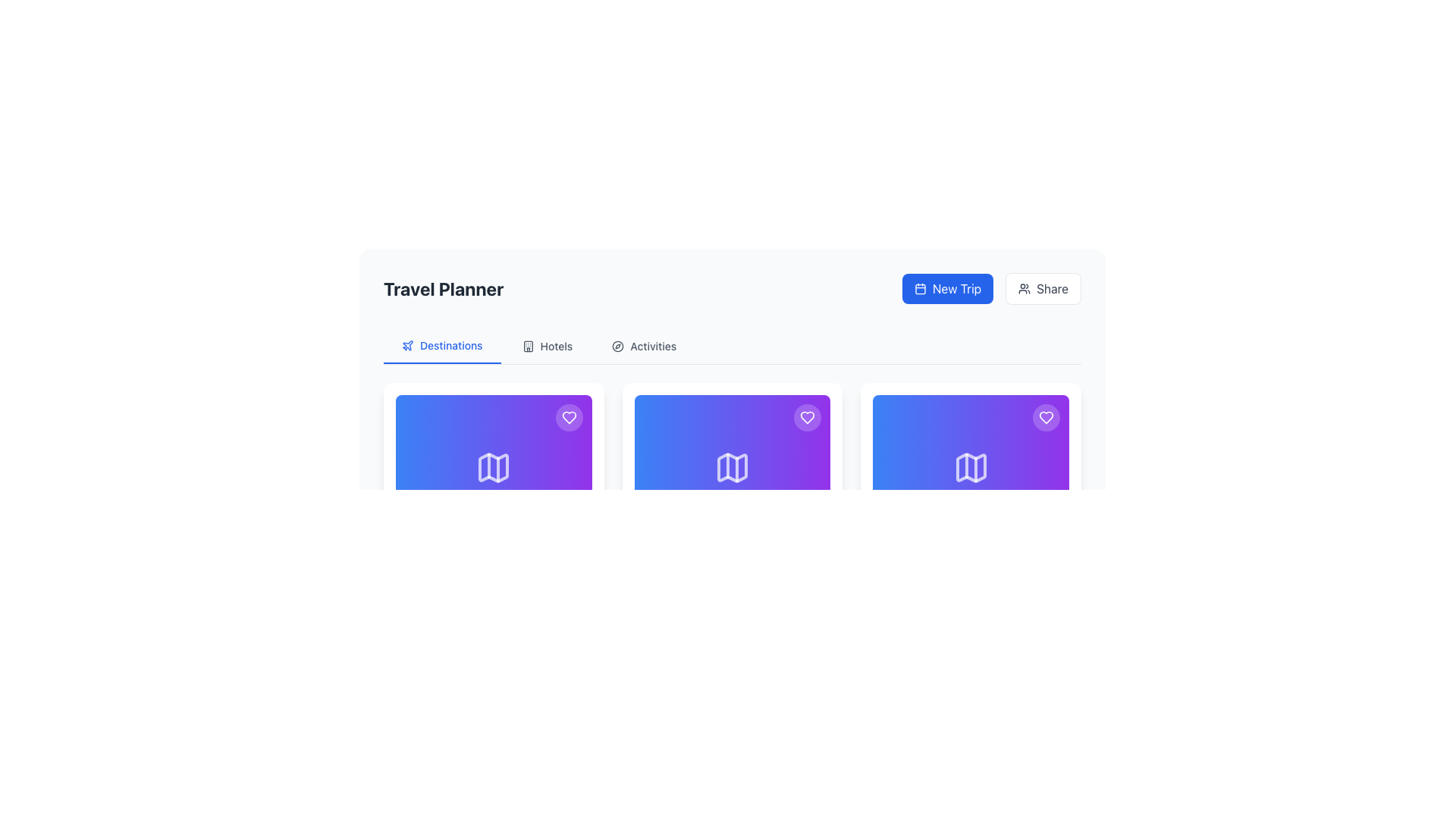 This screenshot has width=1456, height=819. Describe the element at coordinates (1045, 418) in the screenshot. I see `the favorite icon located at the top-right corner of the second card in a horizontally scrolling list` at that location.